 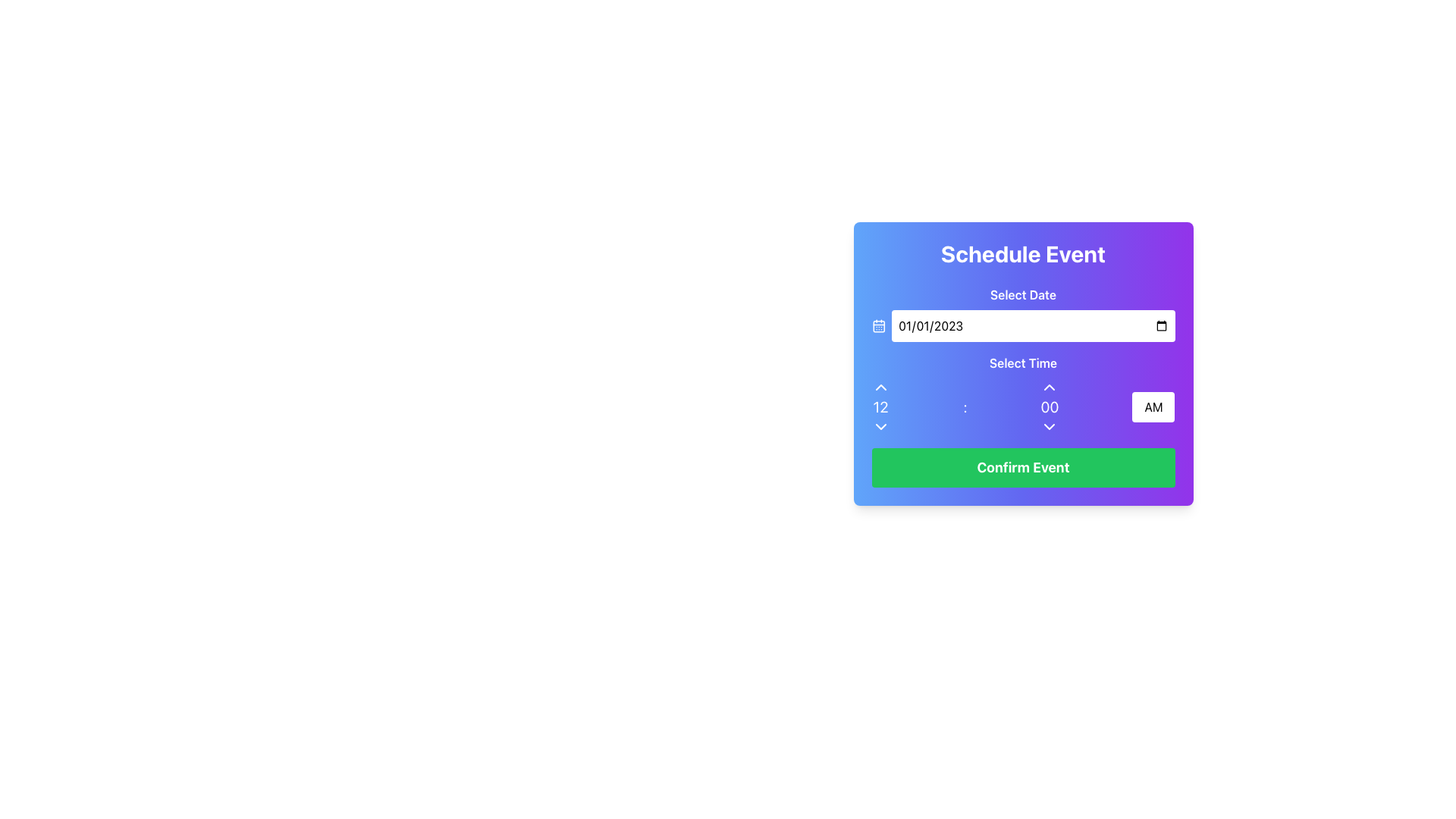 What do you see at coordinates (1153, 406) in the screenshot?
I see `the 'AM' button` at bounding box center [1153, 406].